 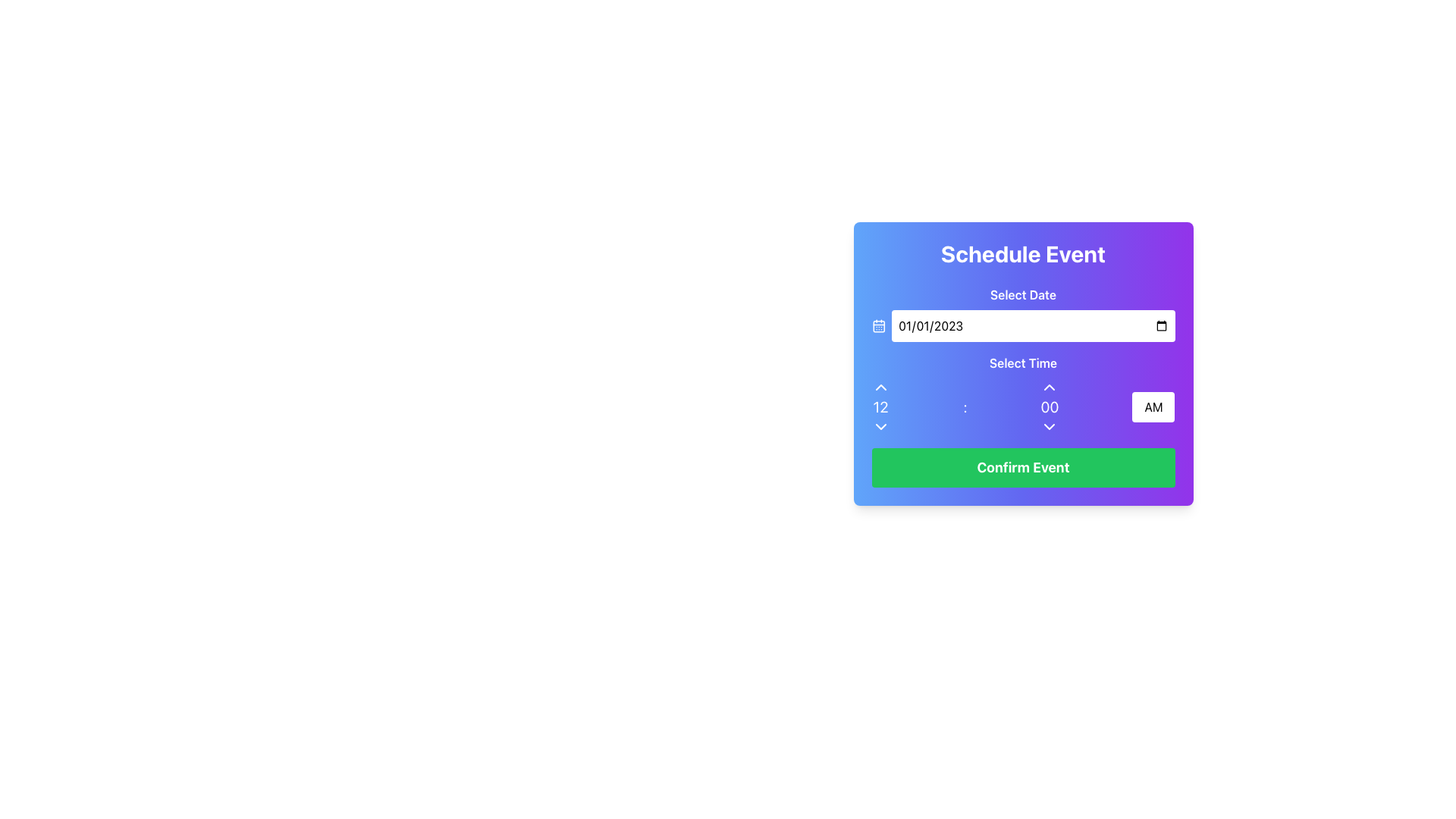 What do you see at coordinates (1153, 406) in the screenshot?
I see `the 'AM' button` at bounding box center [1153, 406].